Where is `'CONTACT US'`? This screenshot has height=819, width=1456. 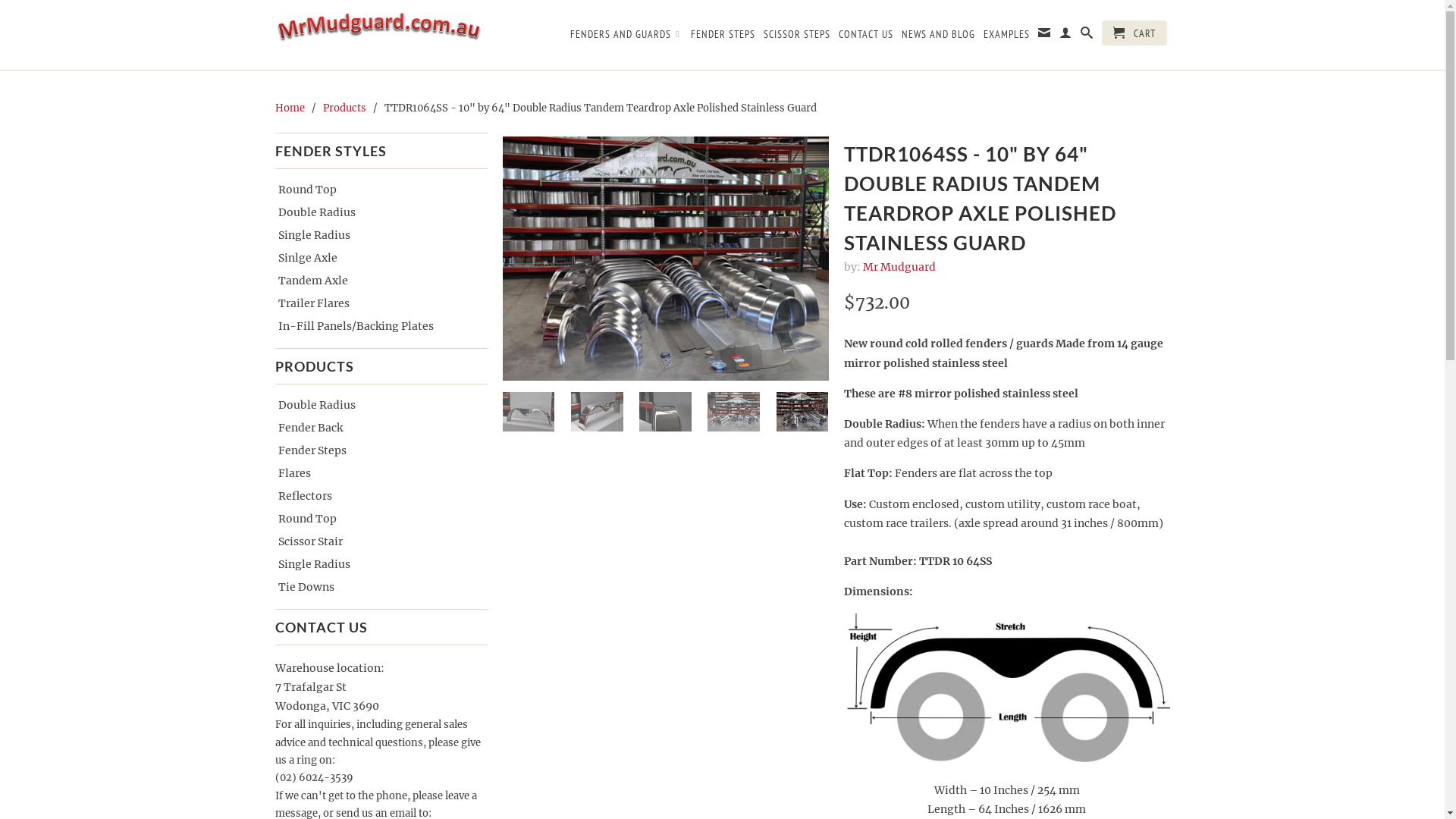 'CONTACT US' is located at coordinates (866, 36).